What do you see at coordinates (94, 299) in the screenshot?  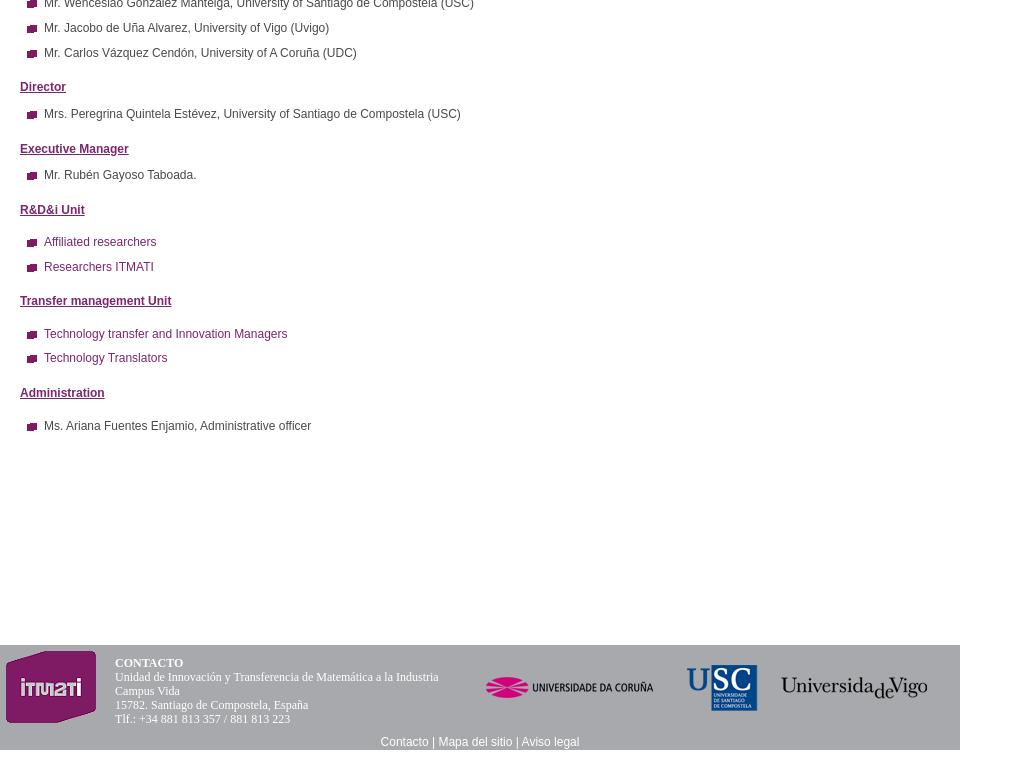 I see `'Transfer management Unit'` at bounding box center [94, 299].